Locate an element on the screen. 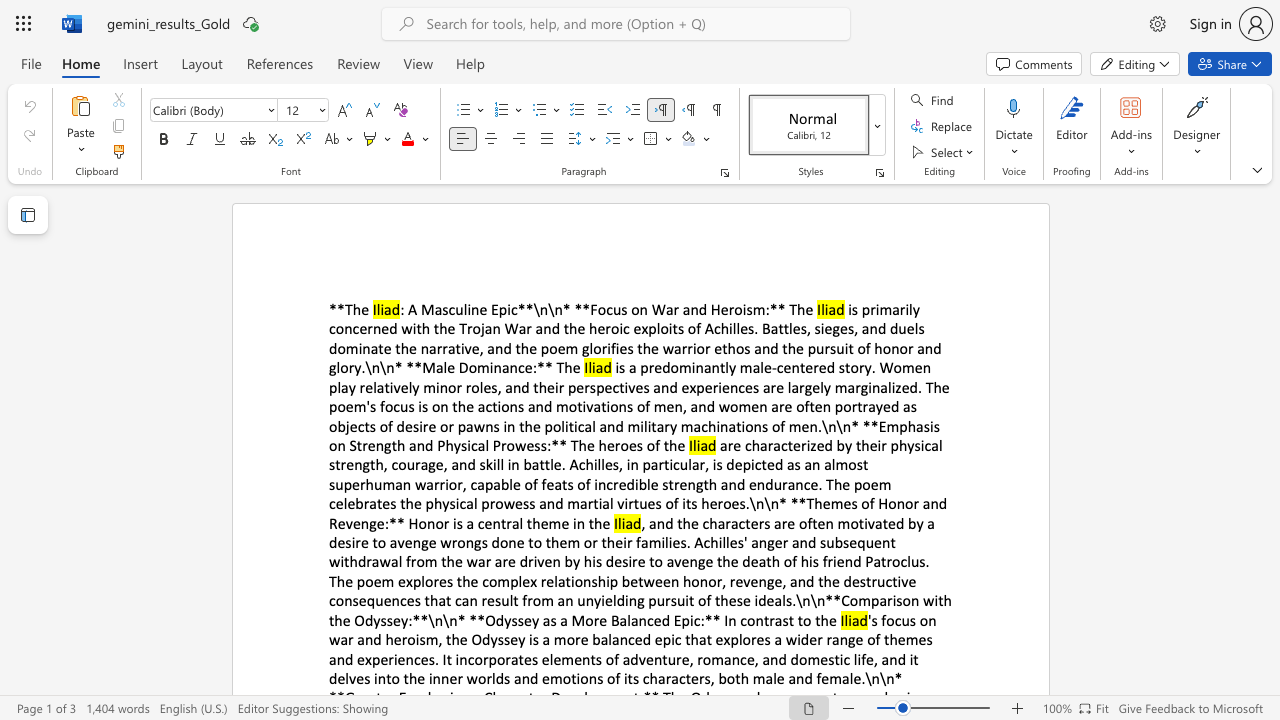 This screenshot has width=1280, height=720. the subset text "heme in t" within the text "are characterized by their physical strength, courage, and skill in battle. Achilles, in particular, is depicted as an almost superhuman warrior, capable of feats of incredible strength and endurance. The poem celebrates the physical prowess and martial virtues of its heroes.\n\n* **Themes of Honor and Revenge:** Honor is a central theme in the" is located at coordinates (532, 522).